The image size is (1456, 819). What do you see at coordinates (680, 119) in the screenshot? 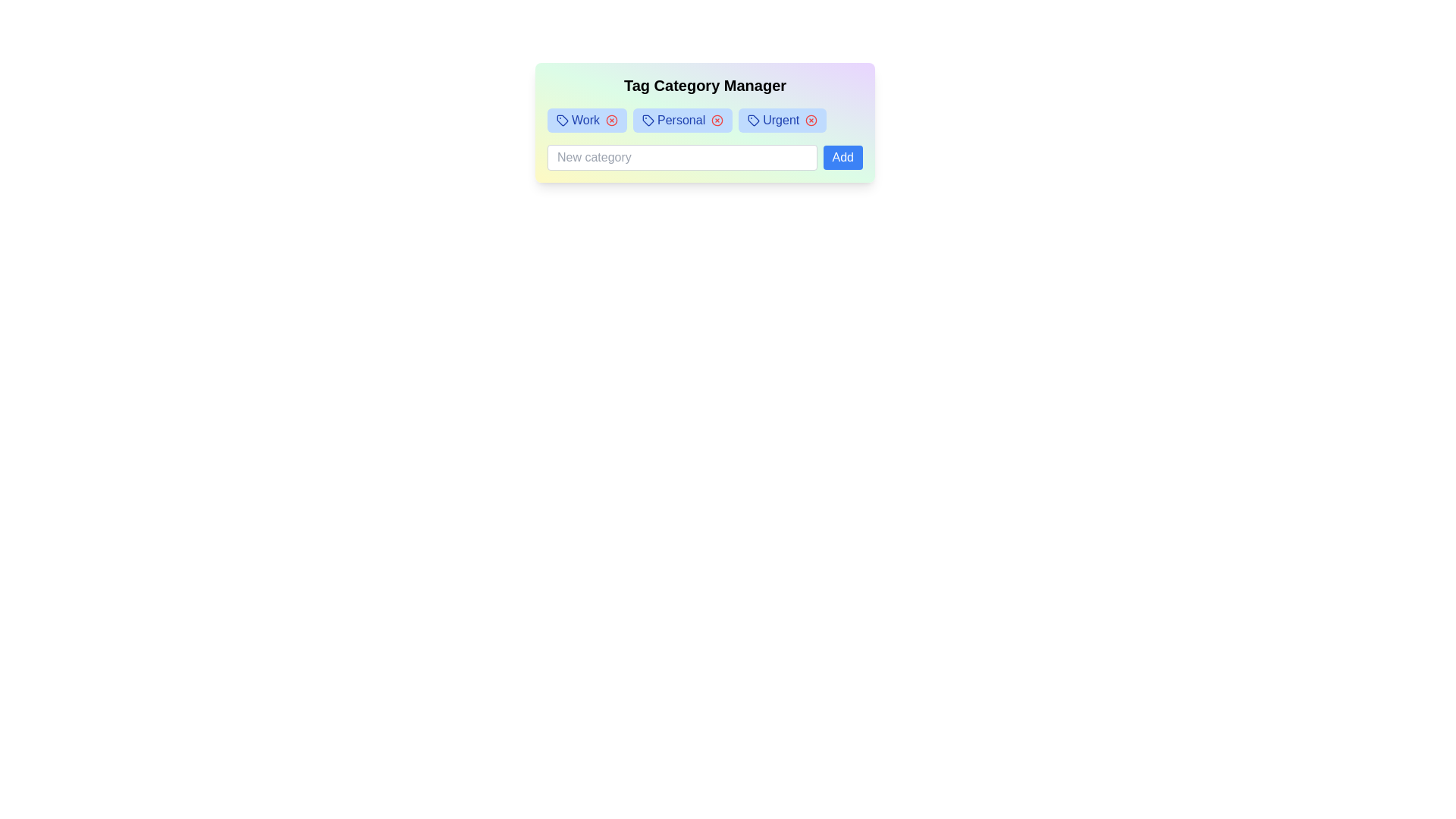
I see `the blue text label 'Personal' which is the second tag in a row of three tags, distinguished by its blue background and central alignment` at bounding box center [680, 119].